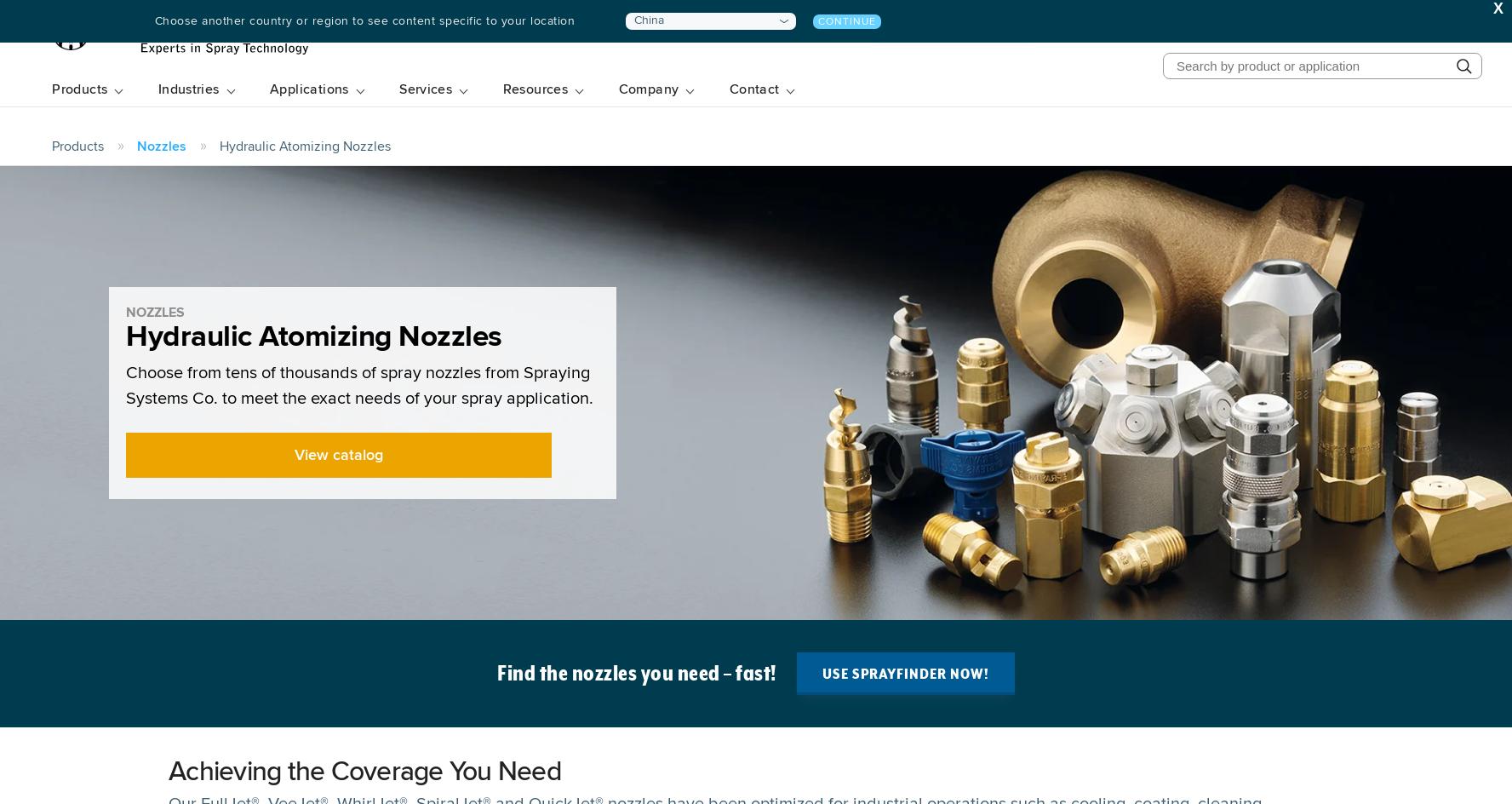  What do you see at coordinates (647, 98) in the screenshot?
I see `'Company'` at bounding box center [647, 98].